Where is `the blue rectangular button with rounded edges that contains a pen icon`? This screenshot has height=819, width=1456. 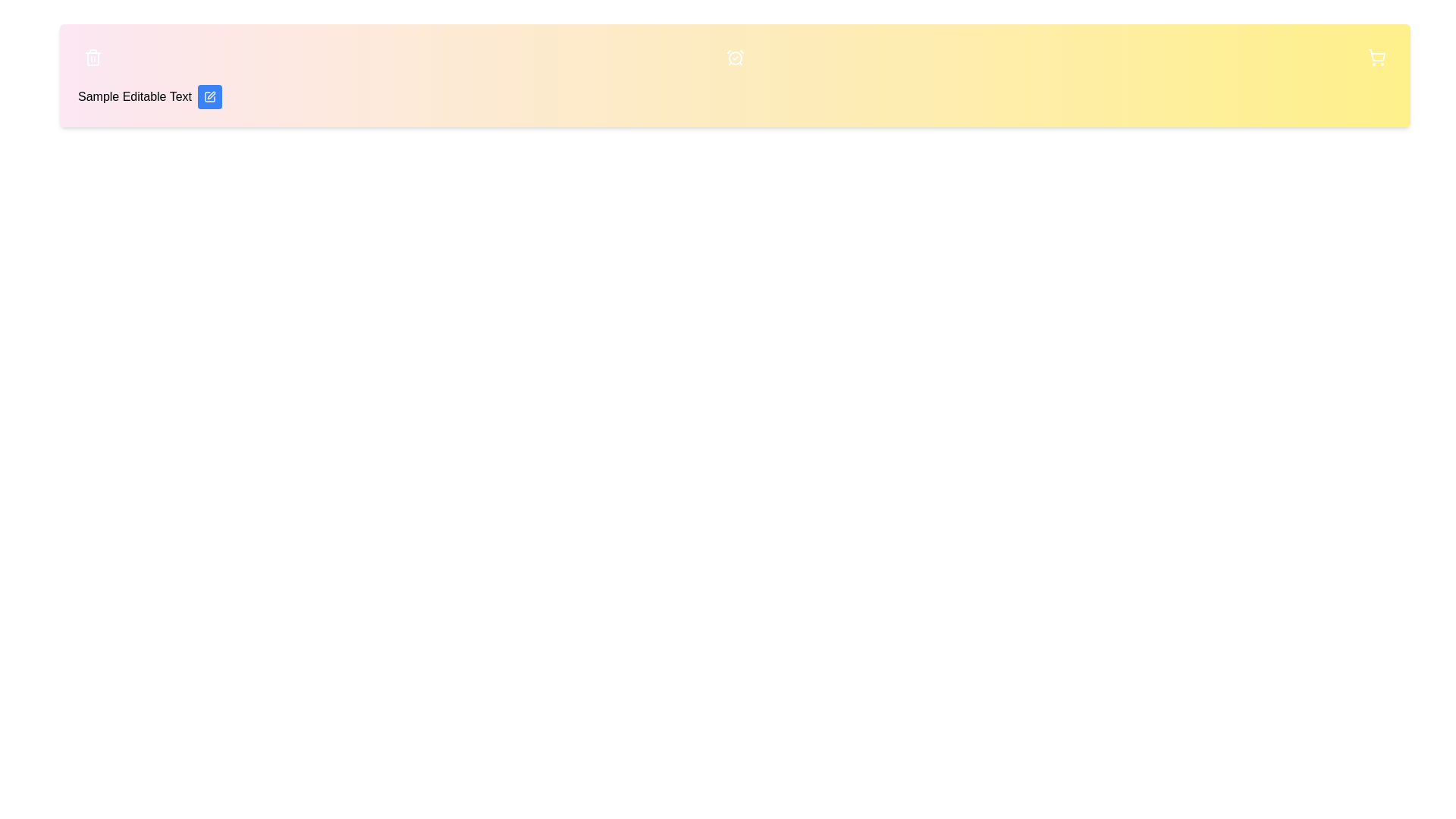 the blue rectangular button with rounded edges that contains a pen icon is located at coordinates (209, 96).